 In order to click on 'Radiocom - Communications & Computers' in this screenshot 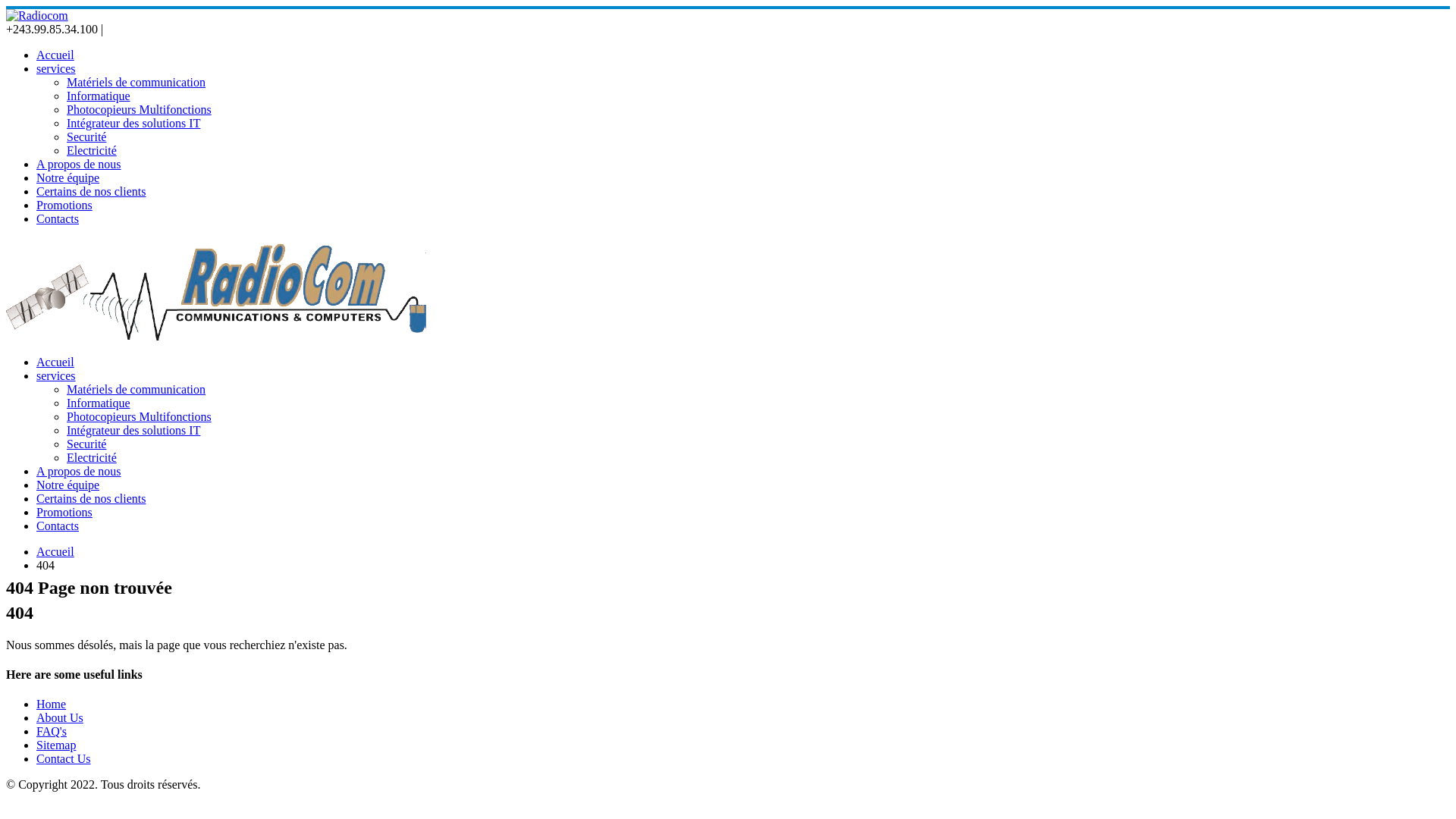, I will do `click(6, 15)`.